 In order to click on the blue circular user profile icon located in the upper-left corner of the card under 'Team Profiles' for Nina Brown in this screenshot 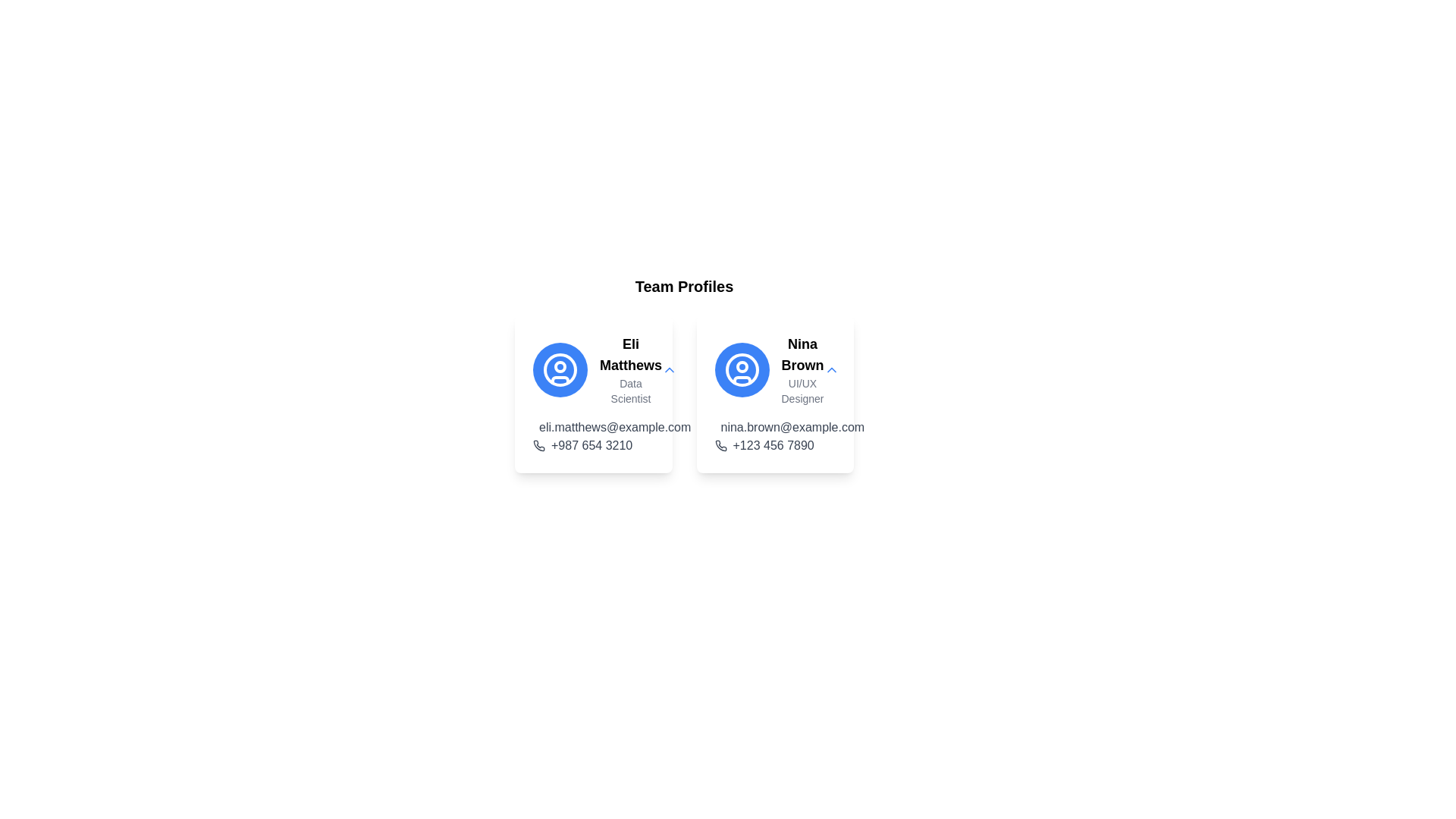, I will do `click(742, 370)`.